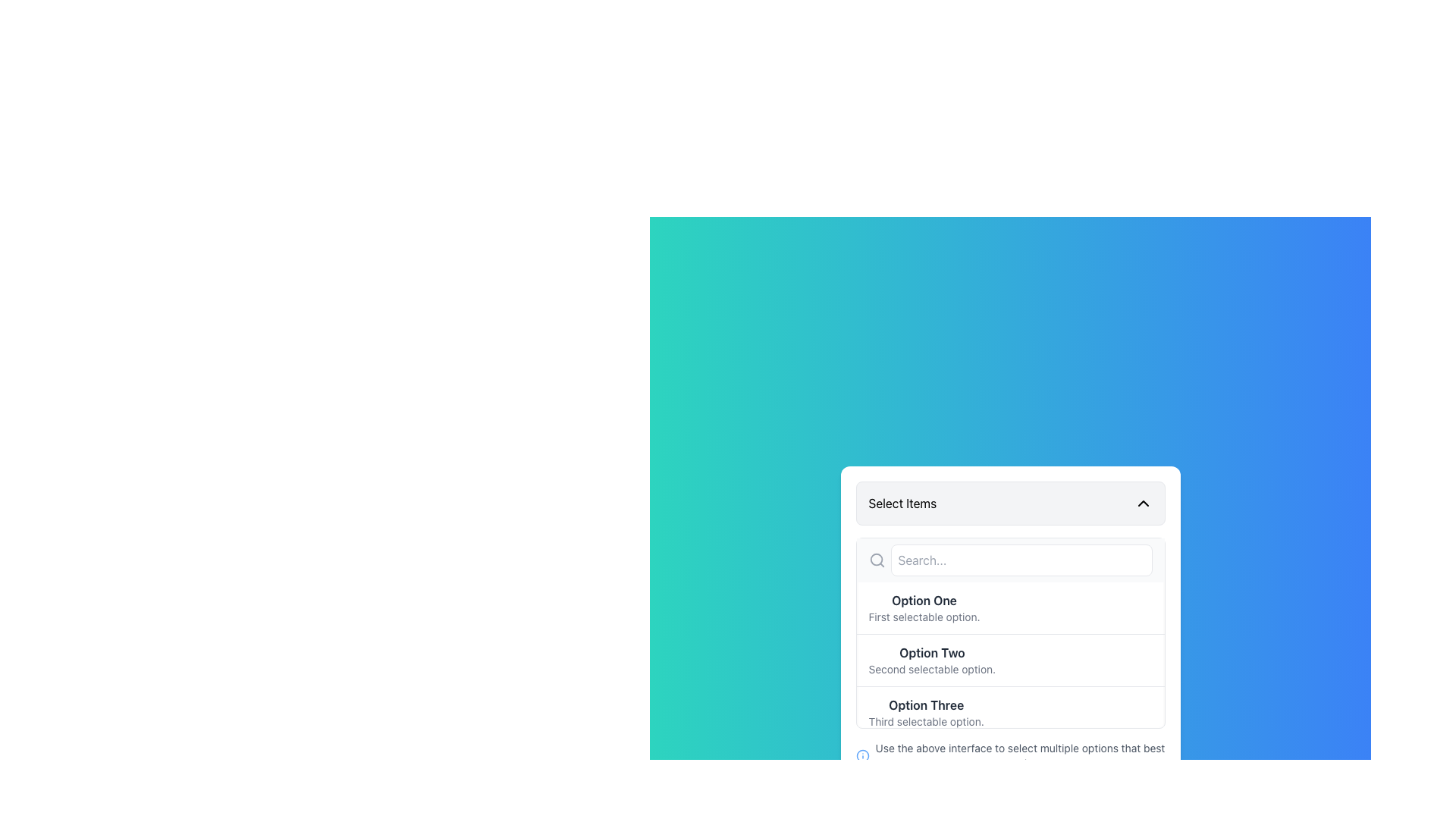 The width and height of the screenshot is (1456, 819). Describe the element at coordinates (1143, 503) in the screenshot. I see `the Chevon Down Icon` at that location.